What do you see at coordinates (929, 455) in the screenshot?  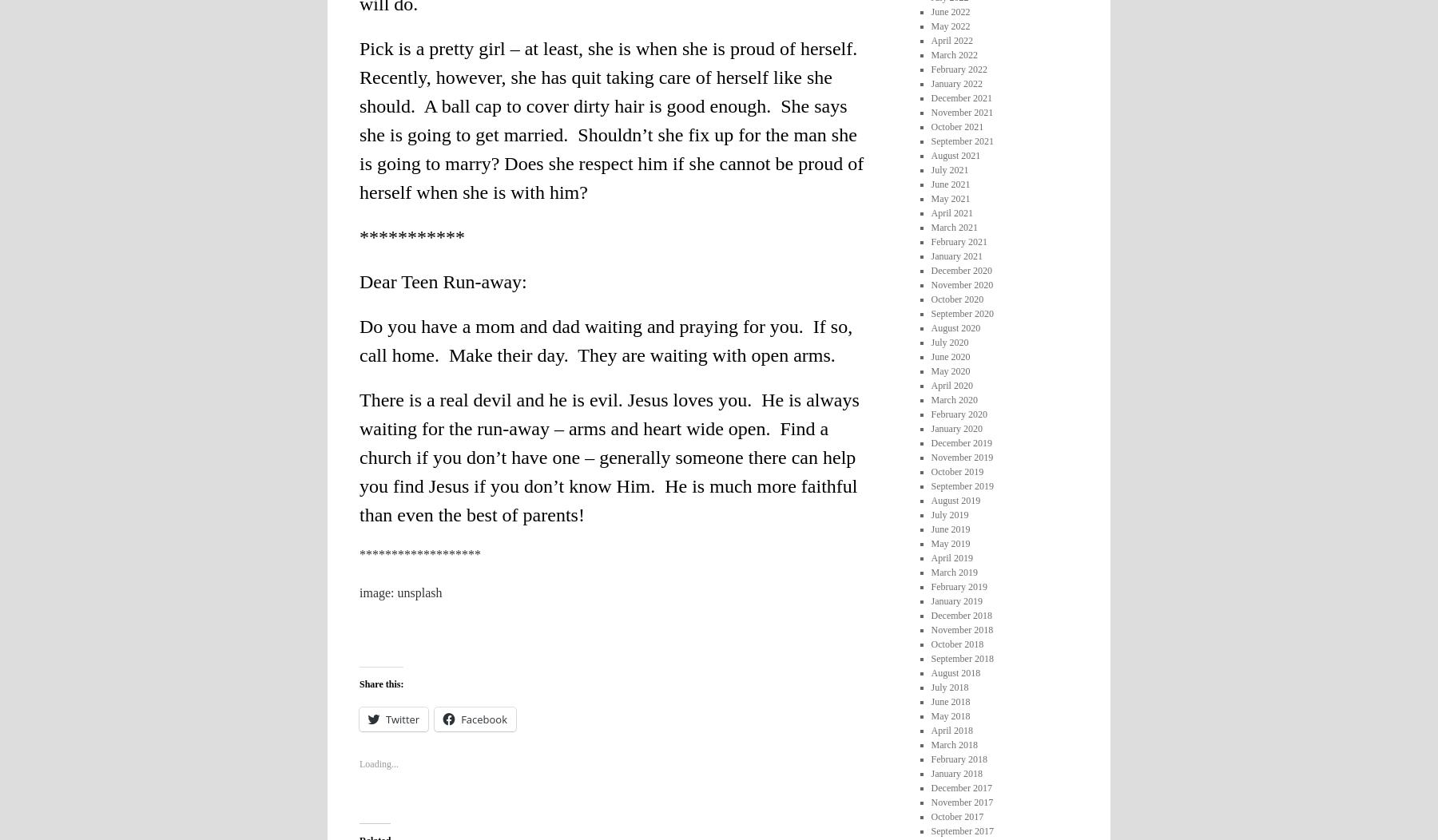 I see `'November 2019'` at bounding box center [929, 455].